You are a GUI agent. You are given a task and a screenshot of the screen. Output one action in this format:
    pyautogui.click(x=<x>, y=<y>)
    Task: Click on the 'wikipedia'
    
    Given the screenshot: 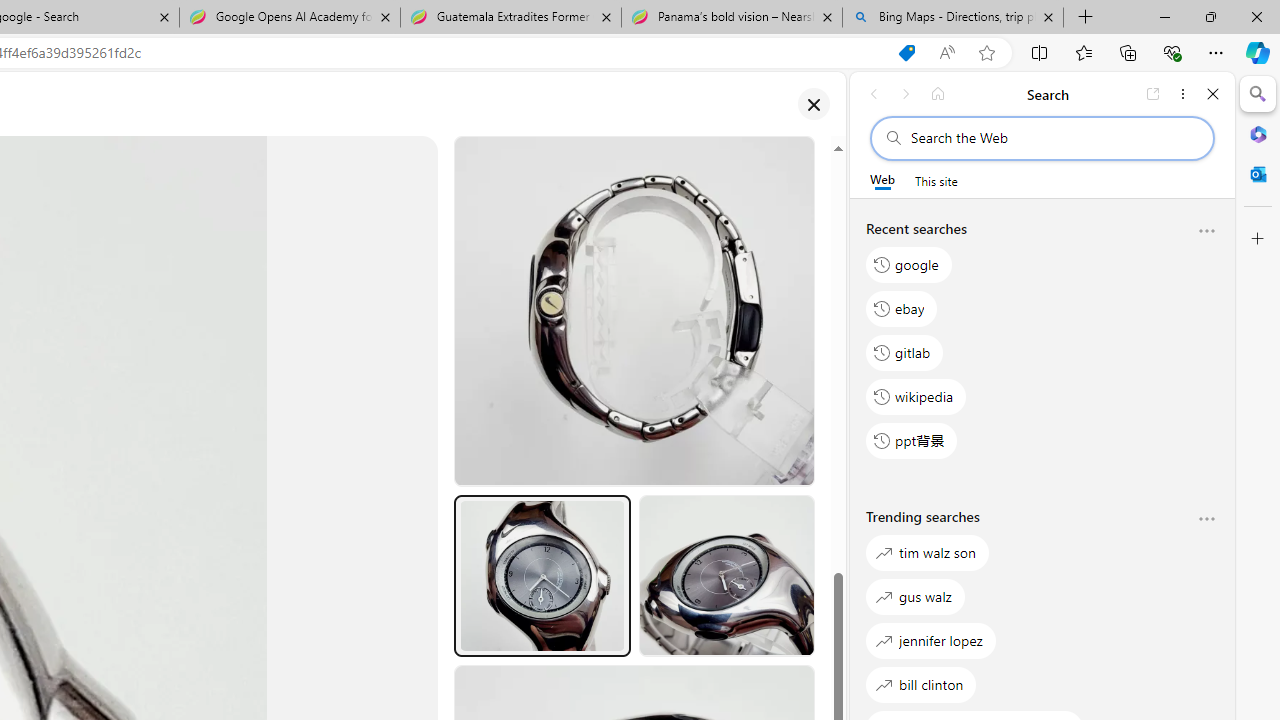 What is the action you would take?
    pyautogui.click(x=915, y=396)
    